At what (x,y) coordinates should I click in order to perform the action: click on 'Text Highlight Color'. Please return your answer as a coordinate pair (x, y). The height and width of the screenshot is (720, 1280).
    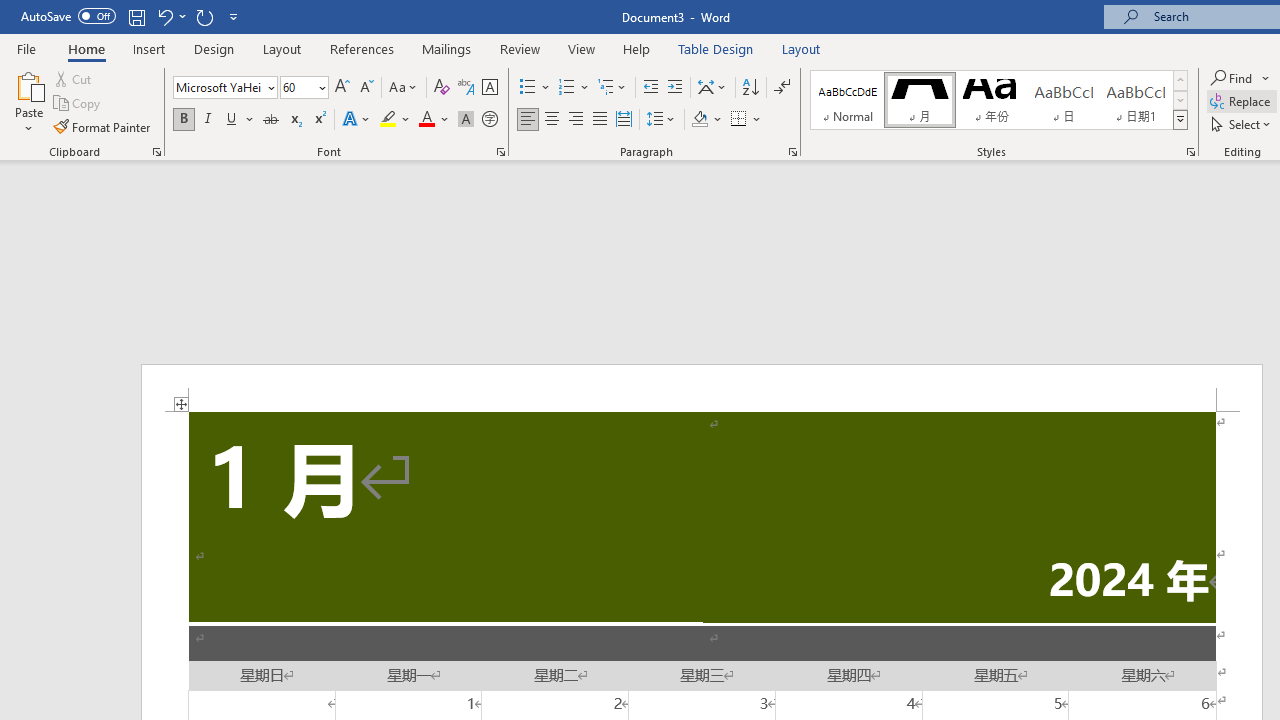
    Looking at the image, I should click on (395, 119).